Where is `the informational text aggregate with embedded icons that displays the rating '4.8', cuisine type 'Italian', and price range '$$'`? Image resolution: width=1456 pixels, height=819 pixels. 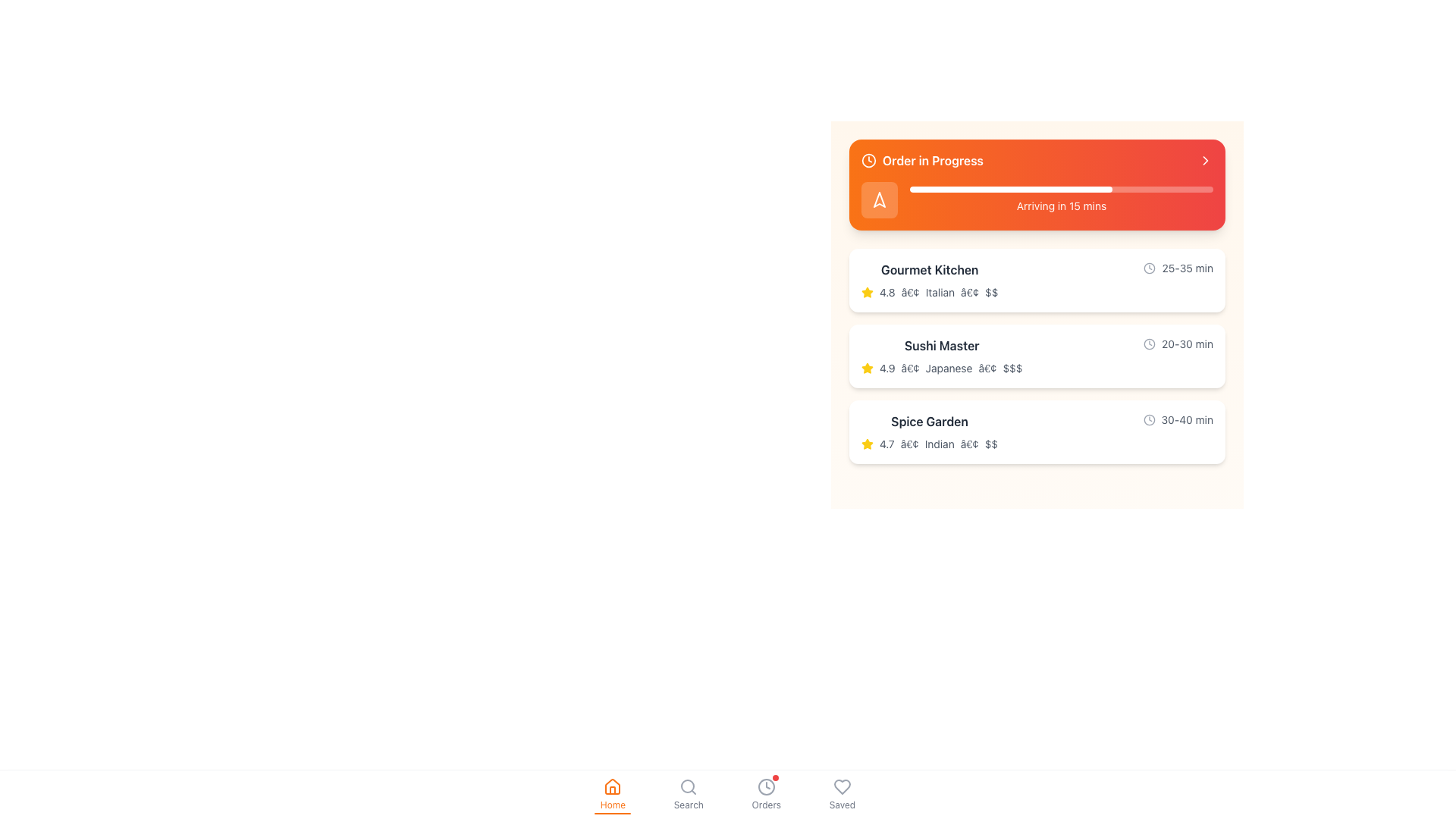 the informational text aggregate with embedded icons that displays the rating '4.8', cuisine type 'Italian', and price range '$$' is located at coordinates (929, 292).